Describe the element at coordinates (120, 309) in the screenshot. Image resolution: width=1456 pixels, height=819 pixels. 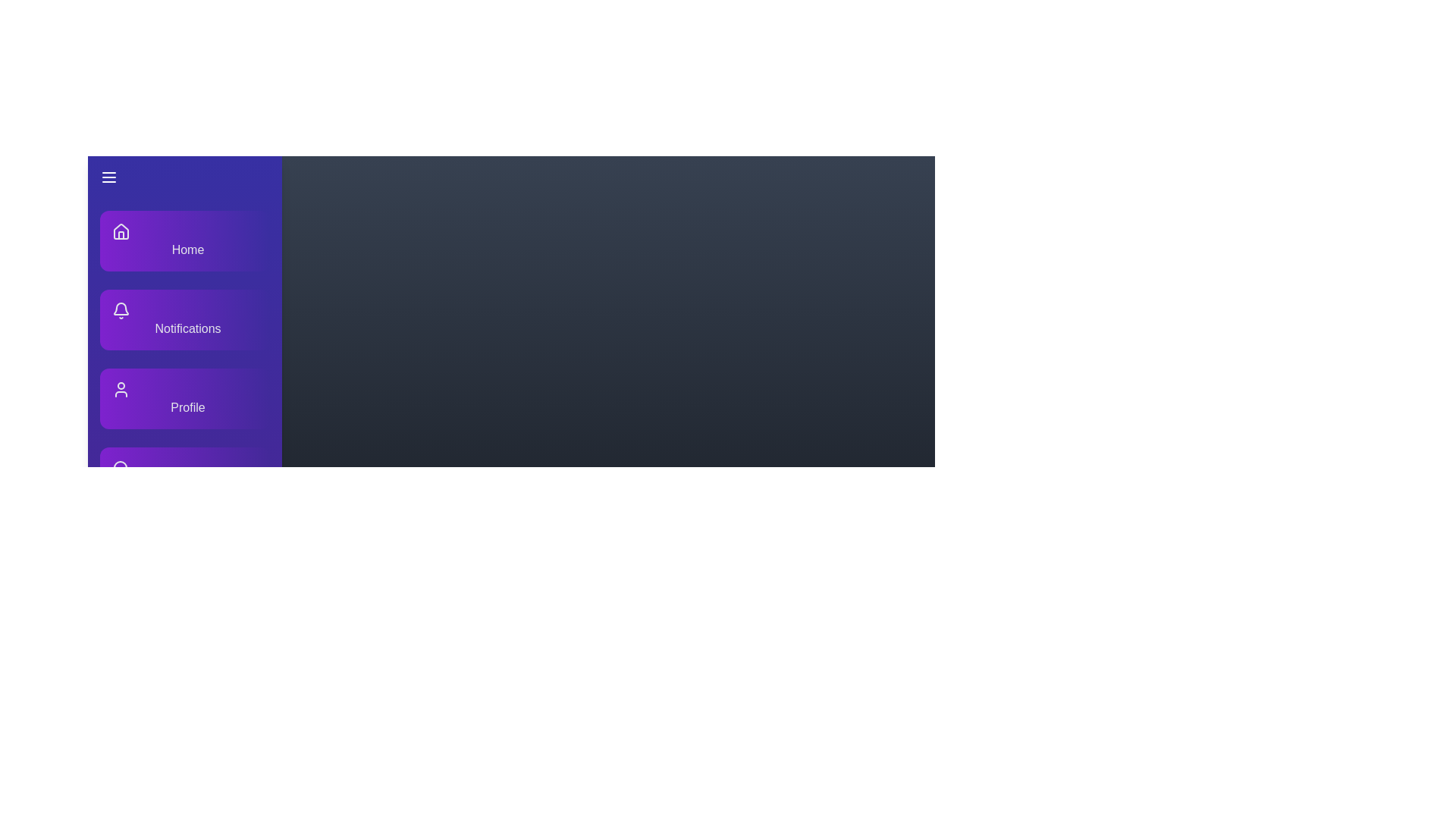
I see `the Notifications icon in the menu` at that location.